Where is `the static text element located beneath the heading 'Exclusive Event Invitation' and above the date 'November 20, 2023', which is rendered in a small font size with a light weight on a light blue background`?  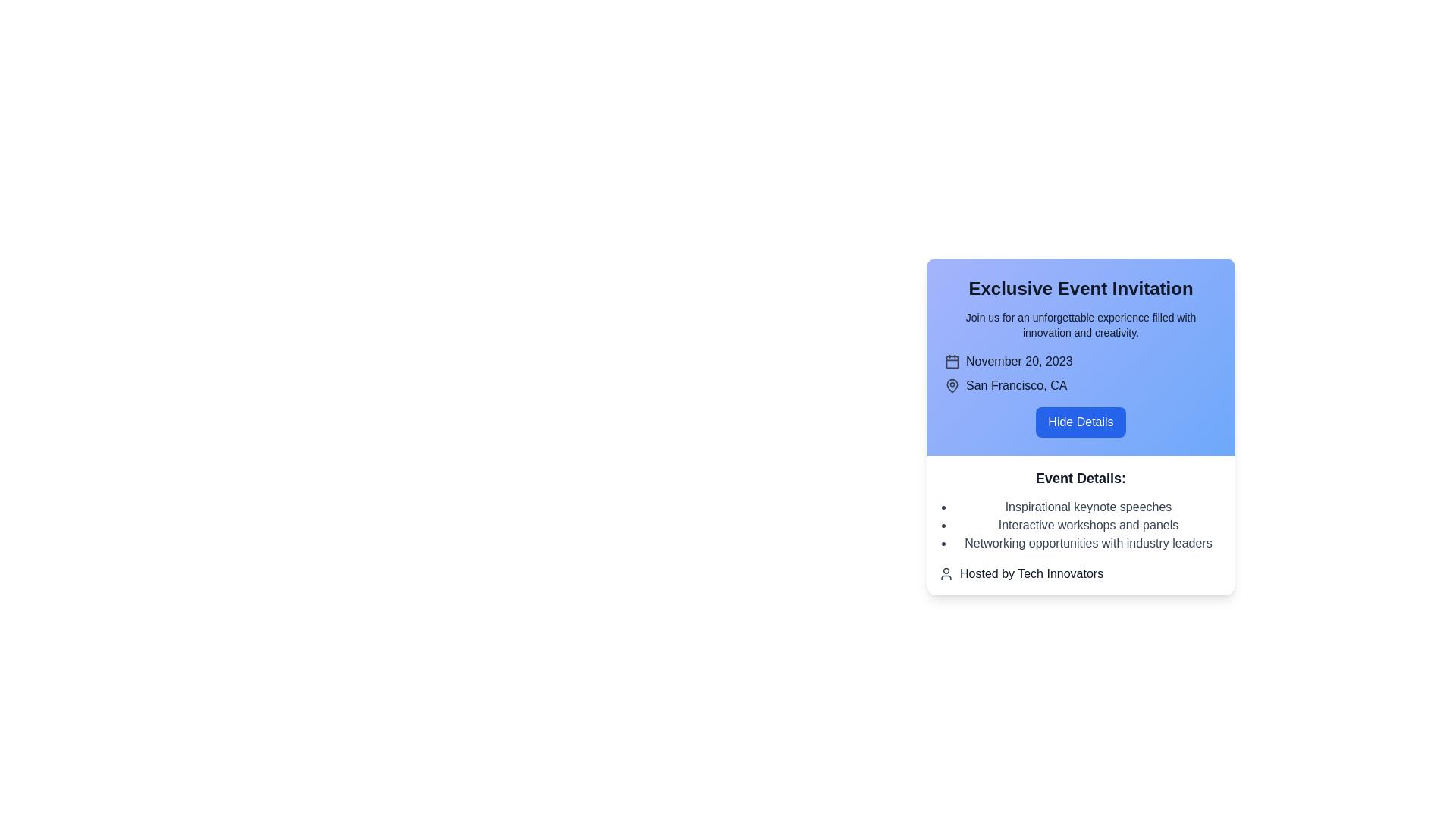
the static text element located beneath the heading 'Exclusive Event Invitation' and above the date 'November 20, 2023', which is rendered in a small font size with a light weight on a light blue background is located at coordinates (1080, 324).